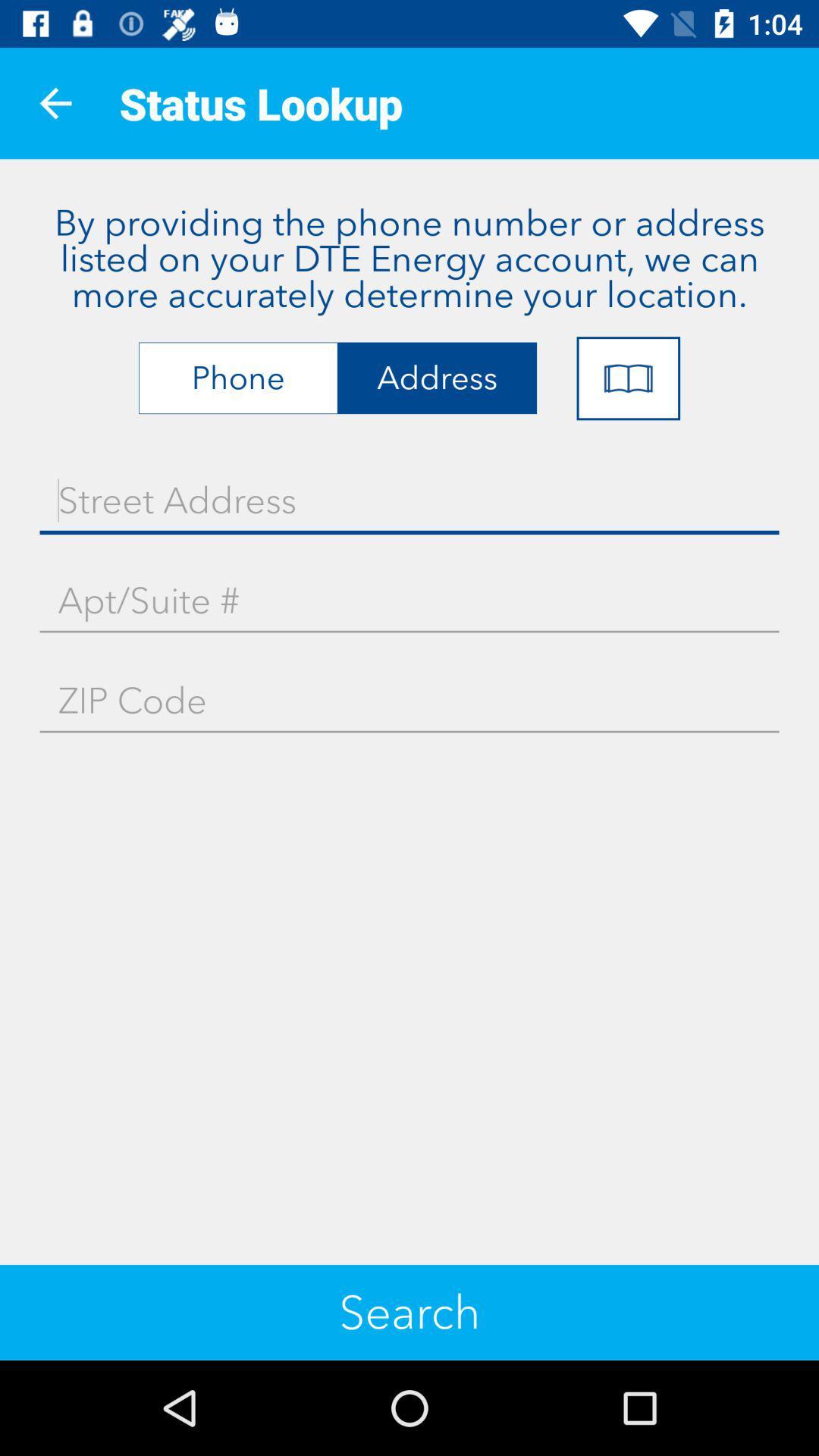 The height and width of the screenshot is (1456, 819). What do you see at coordinates (409, 1312) in the screenshot?
I see `the search icon` at bounding box center [409, 1312].